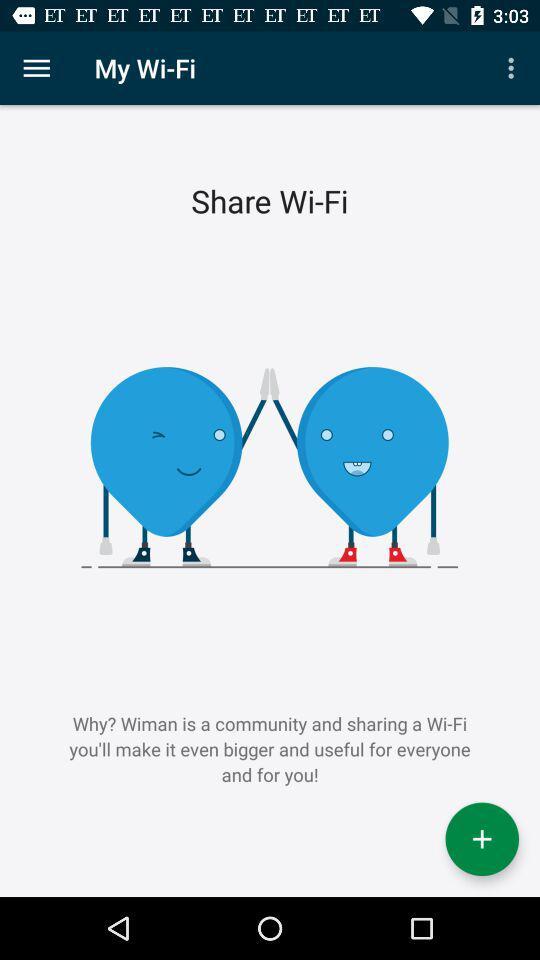 The width and height of the screenshot is (540, 960). I want to click on see the menu bar, so click(36, 68).